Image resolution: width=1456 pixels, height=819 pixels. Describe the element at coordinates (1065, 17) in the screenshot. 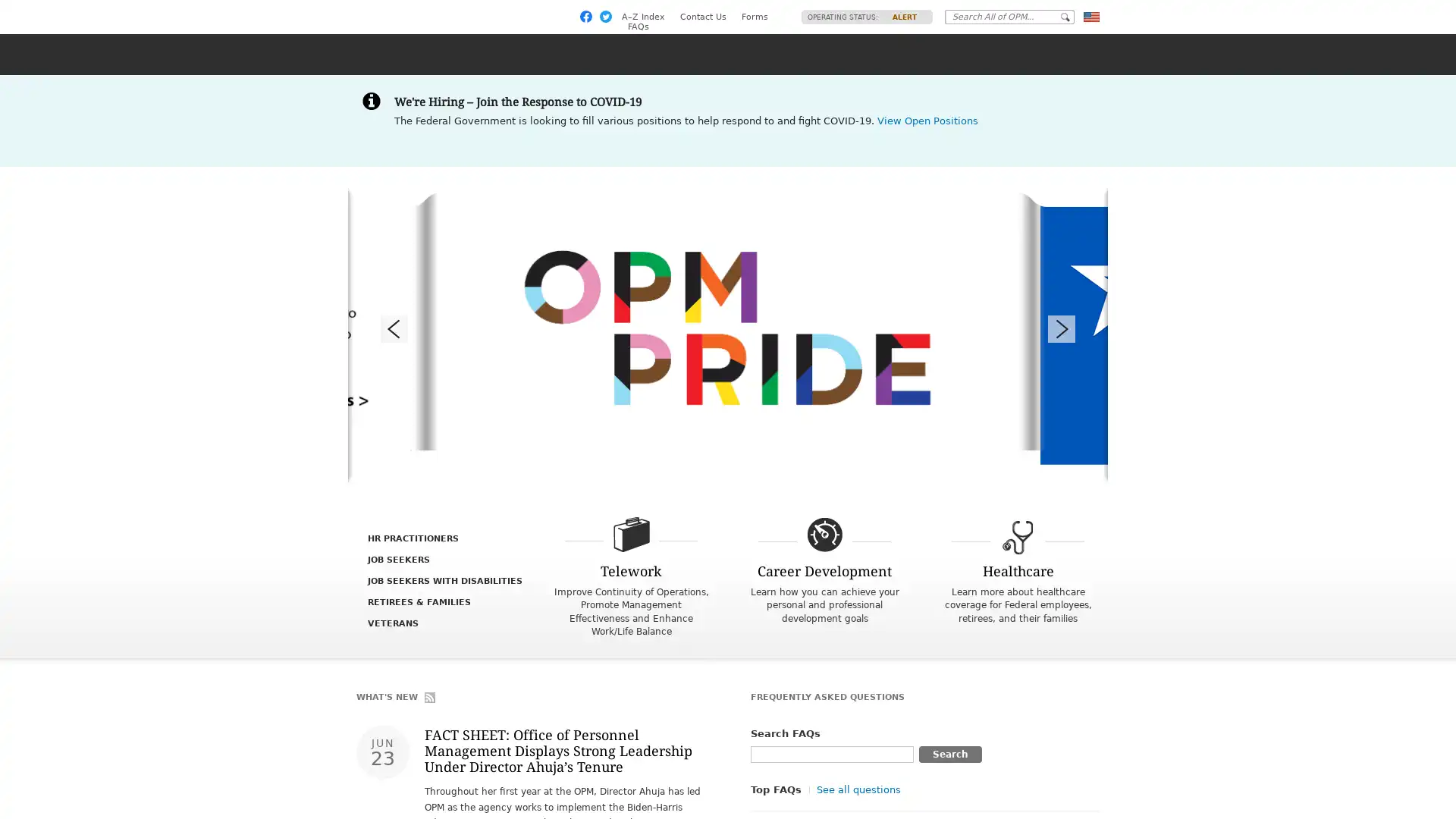

I see `Go` at that location.